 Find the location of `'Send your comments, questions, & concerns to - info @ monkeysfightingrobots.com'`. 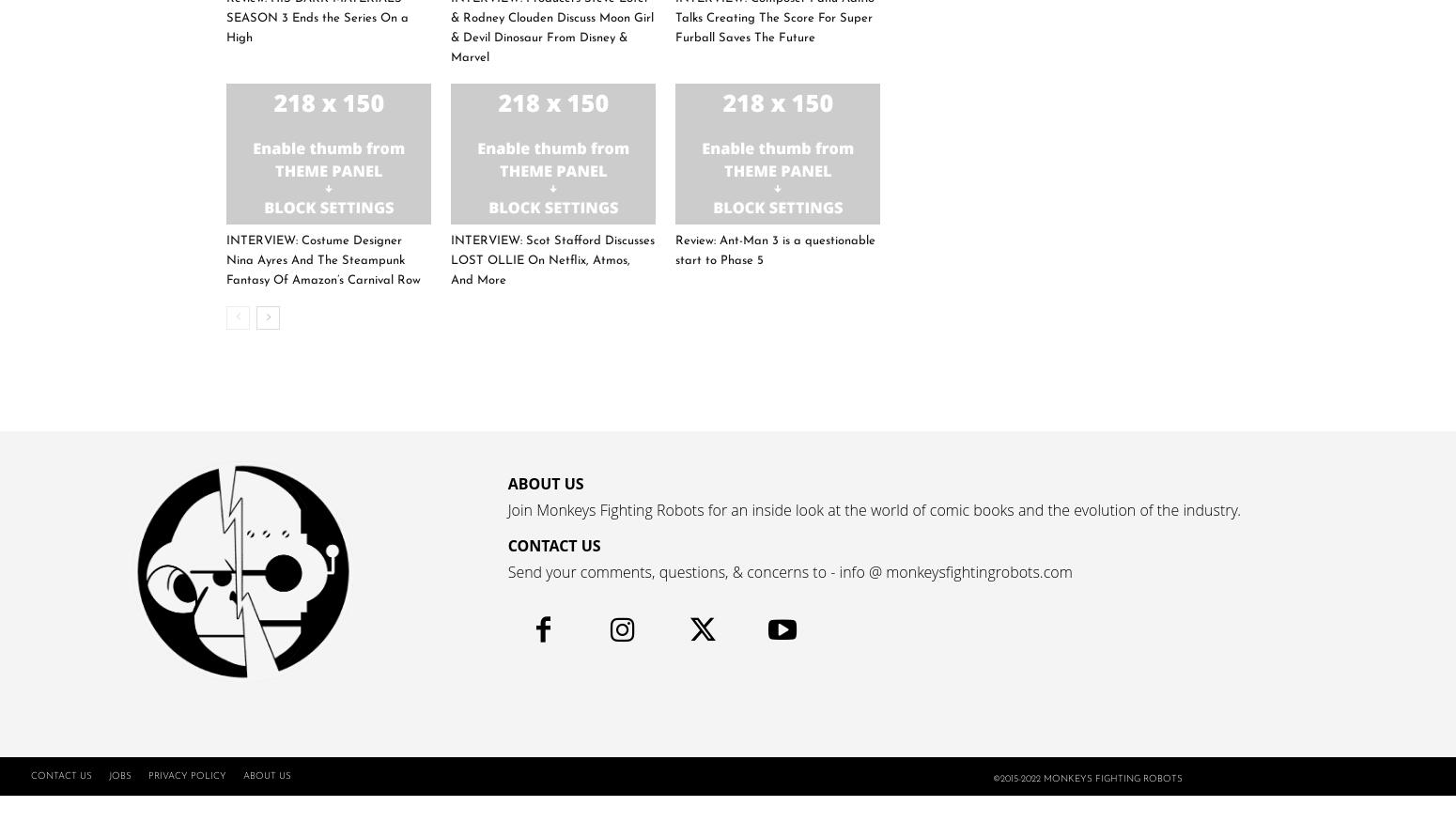

'Send your comments, questions, & concerns to - info @ monkeysfightingrobots.com' is located at coordinates (788, 572).